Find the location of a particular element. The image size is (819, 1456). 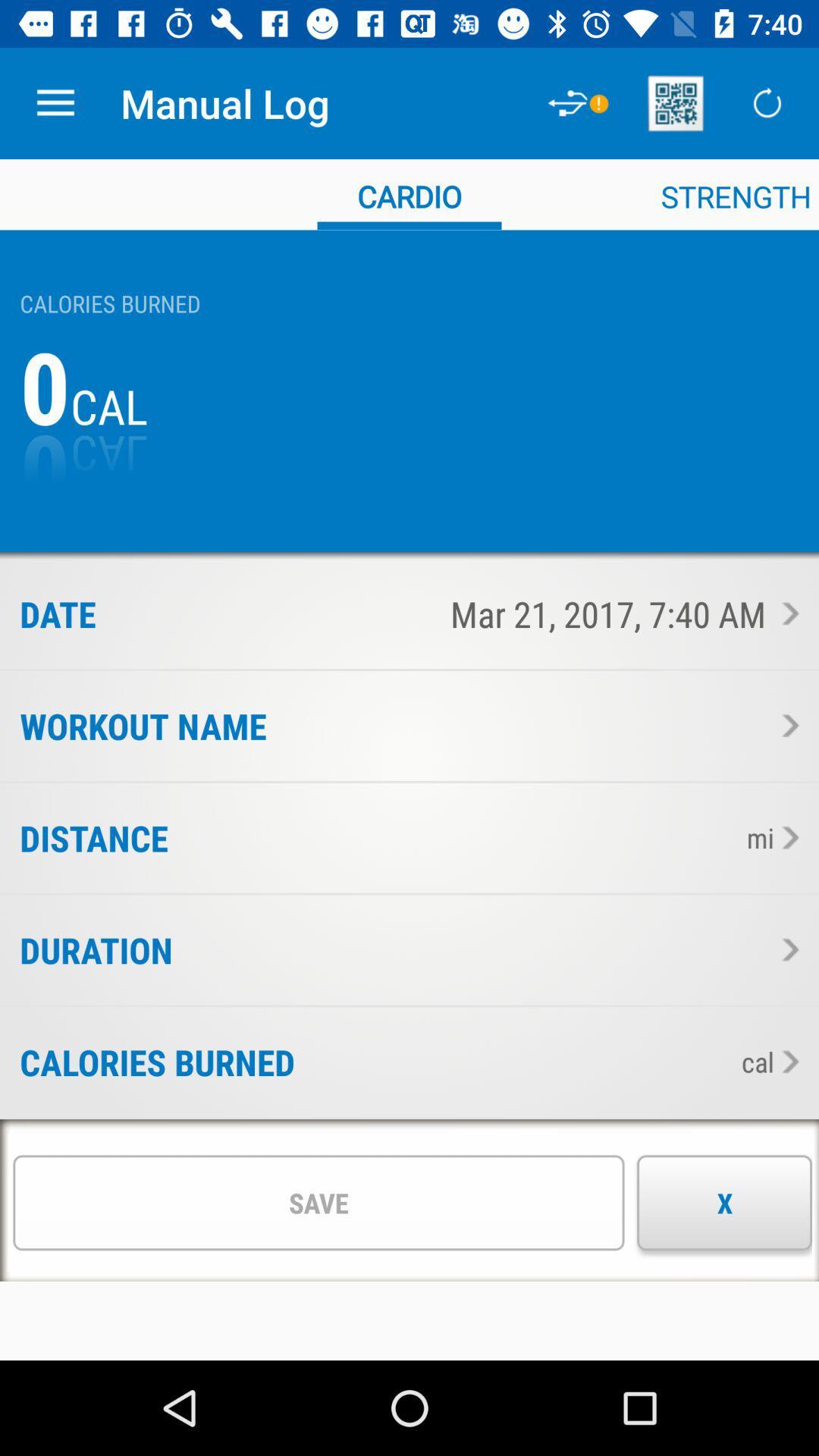

save item is located at coordinates (318, 1202).